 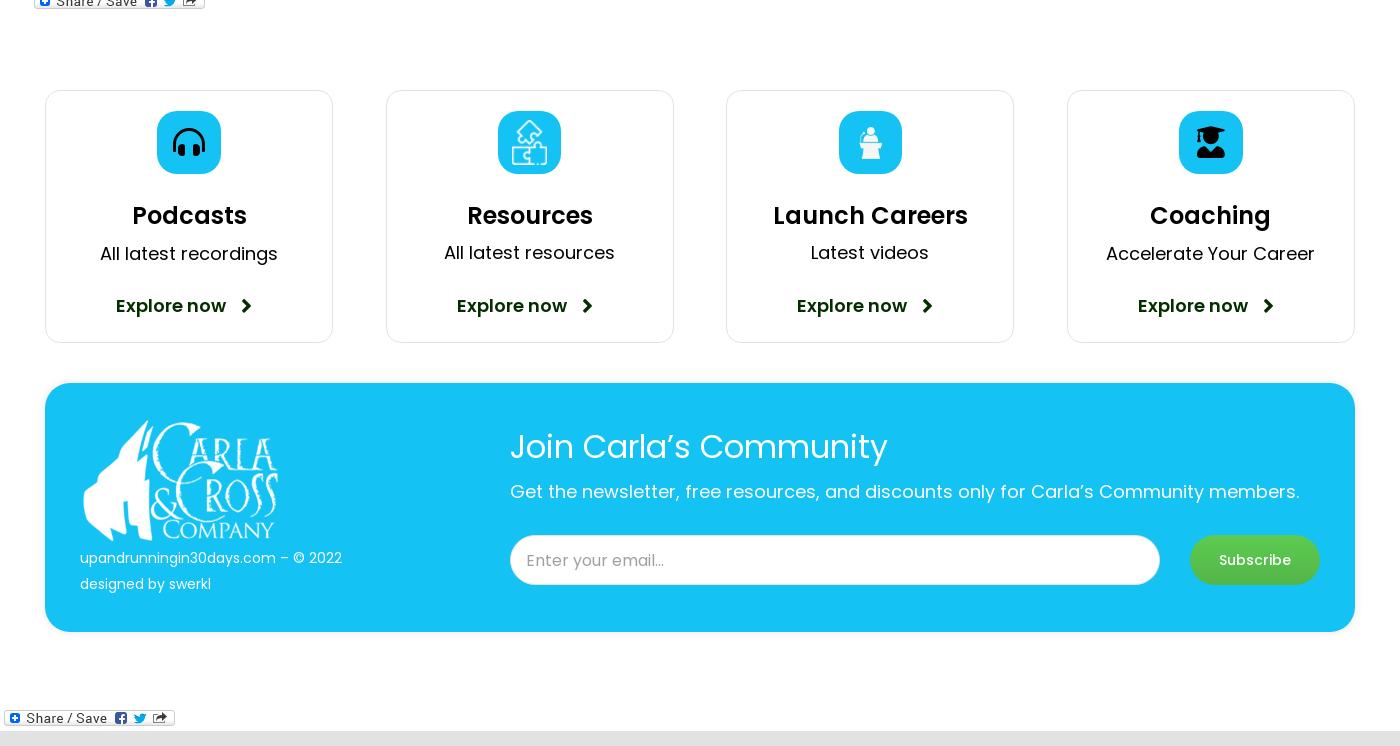 I want to click on 'Resources', so click(x=529, y=214).